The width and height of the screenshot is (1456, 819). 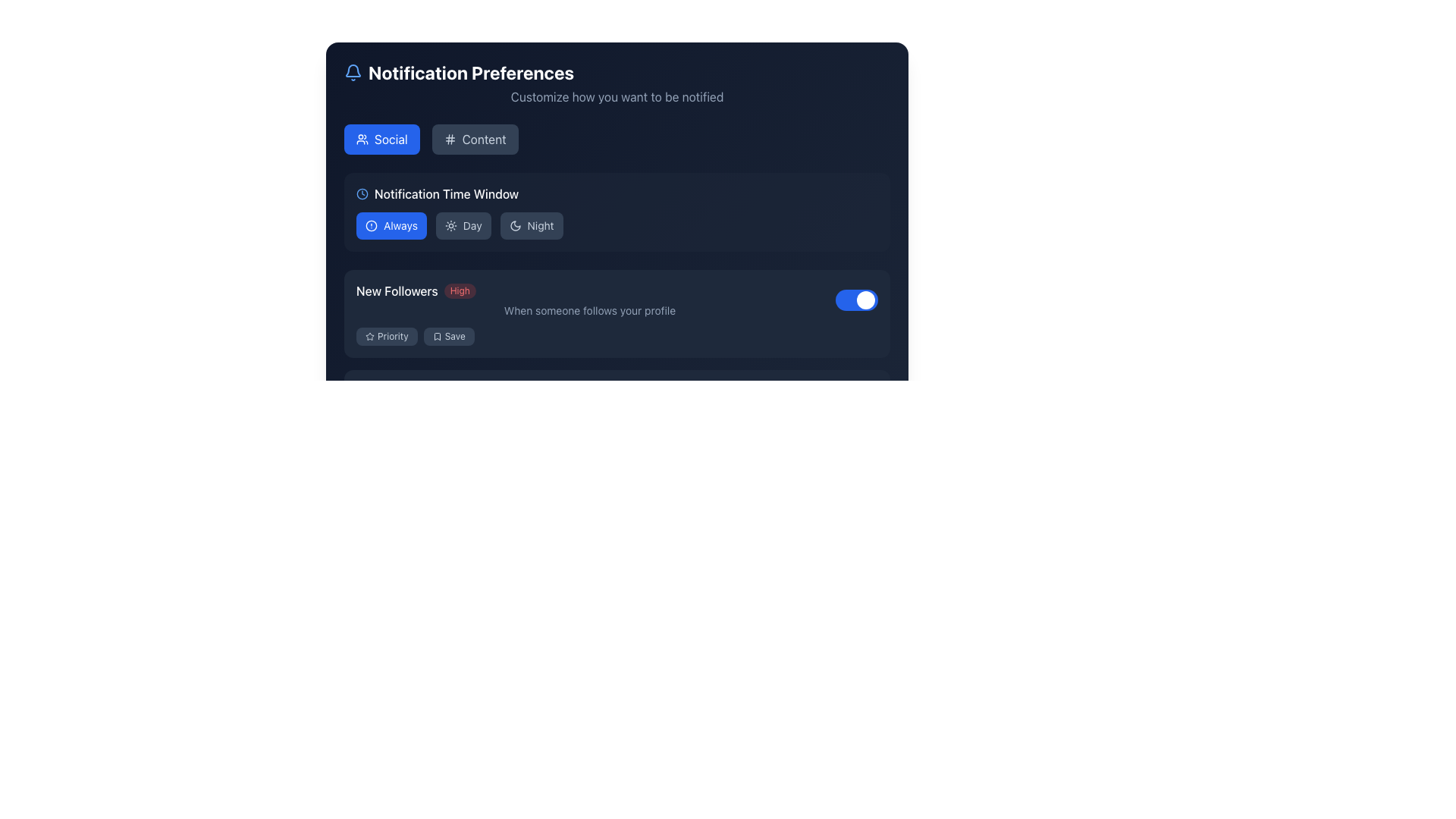 What do you see at coordinates (450, 225) in the screenshot?
I see `the 'Day' icon in the notification time settings, which is located to the left of the text 'Day' within the buttons labeled 'Always,' 'Day,' and 'Night.'` at bounding box center [450, 225].